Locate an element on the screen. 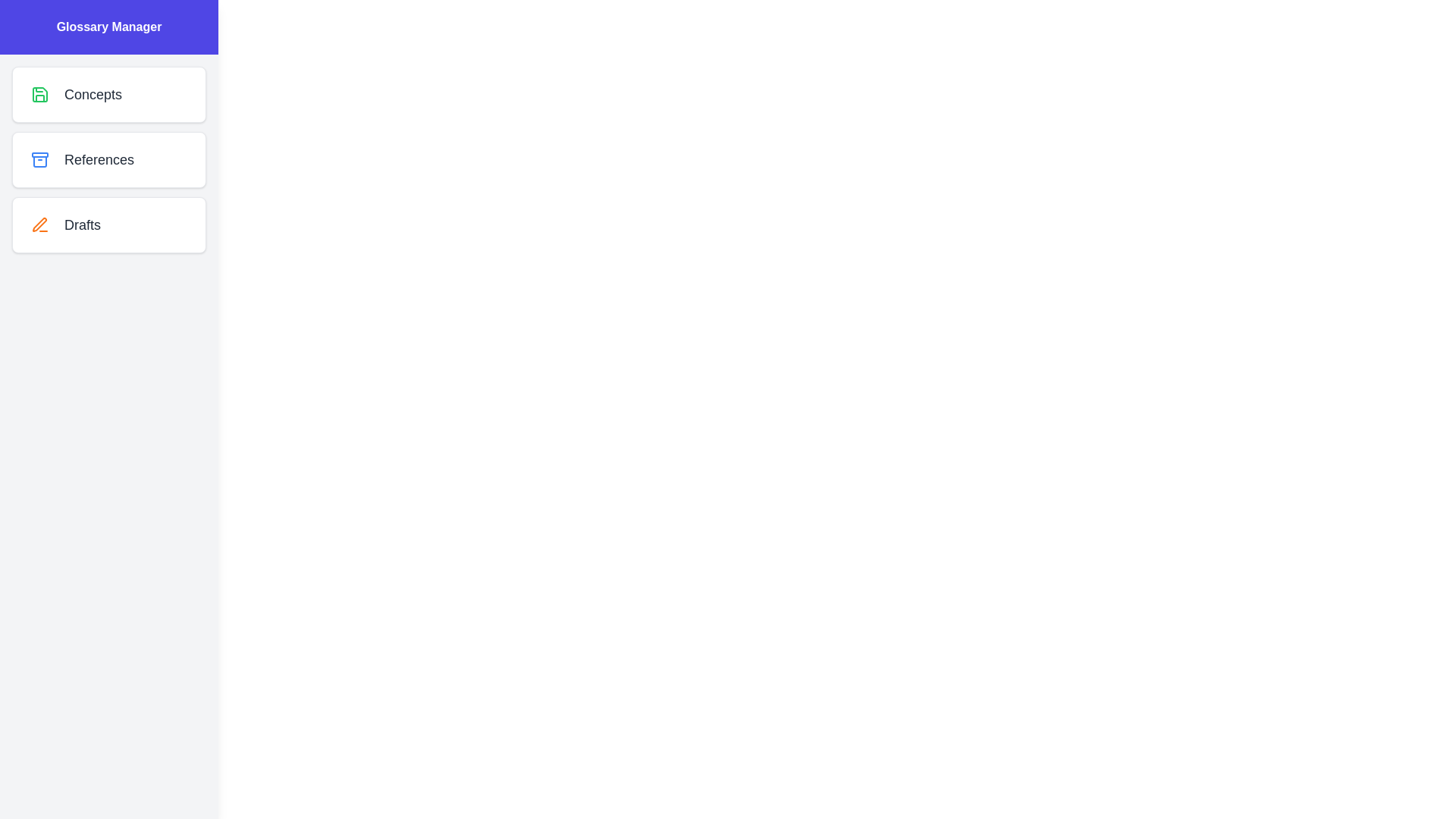 Image resolution: width=1456 pixels, height=819 pixels. the list item corresponding to the category References is located at coordinates (108, 160).